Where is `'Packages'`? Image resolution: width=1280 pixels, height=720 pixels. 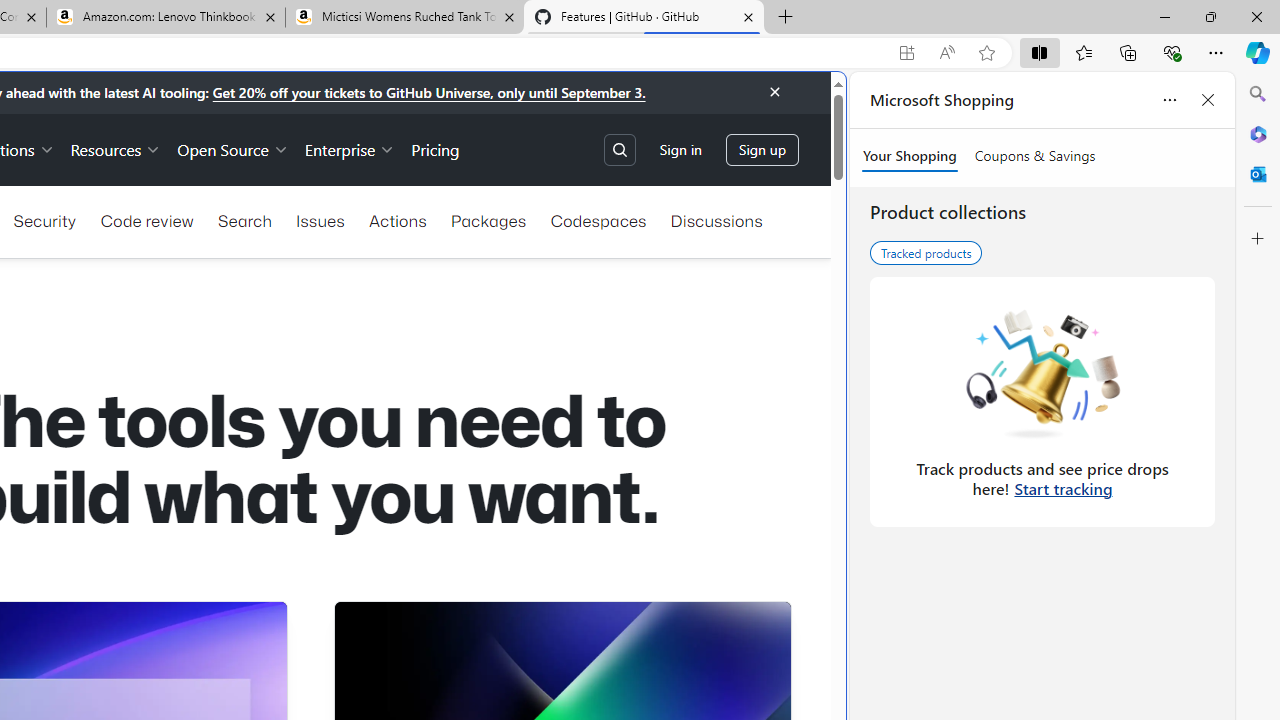
'Packages' is located at coordinates (488, 221).